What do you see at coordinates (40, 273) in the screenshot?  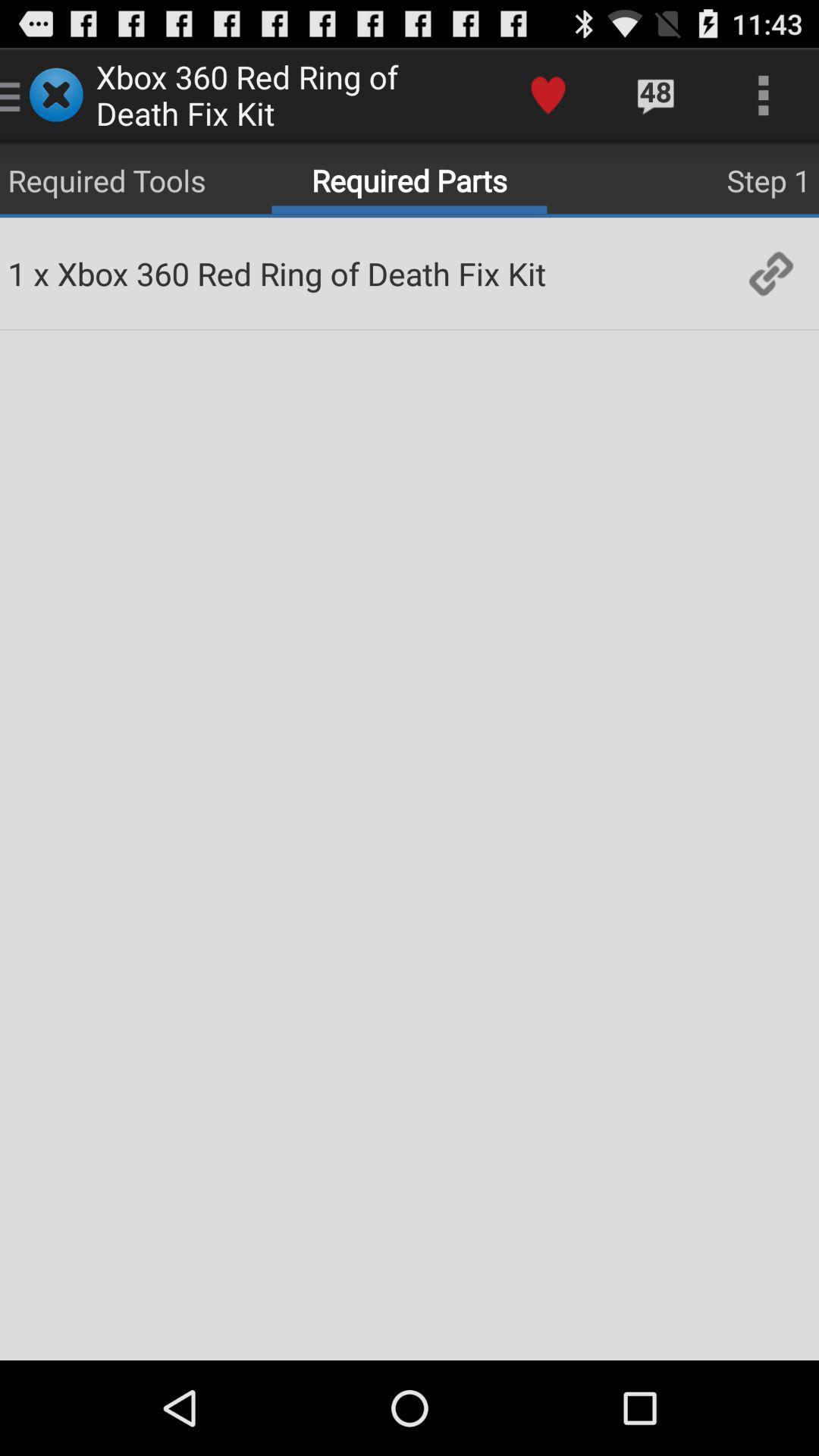 I see `icon next to 1 icon` at bounding box center [40, 273].